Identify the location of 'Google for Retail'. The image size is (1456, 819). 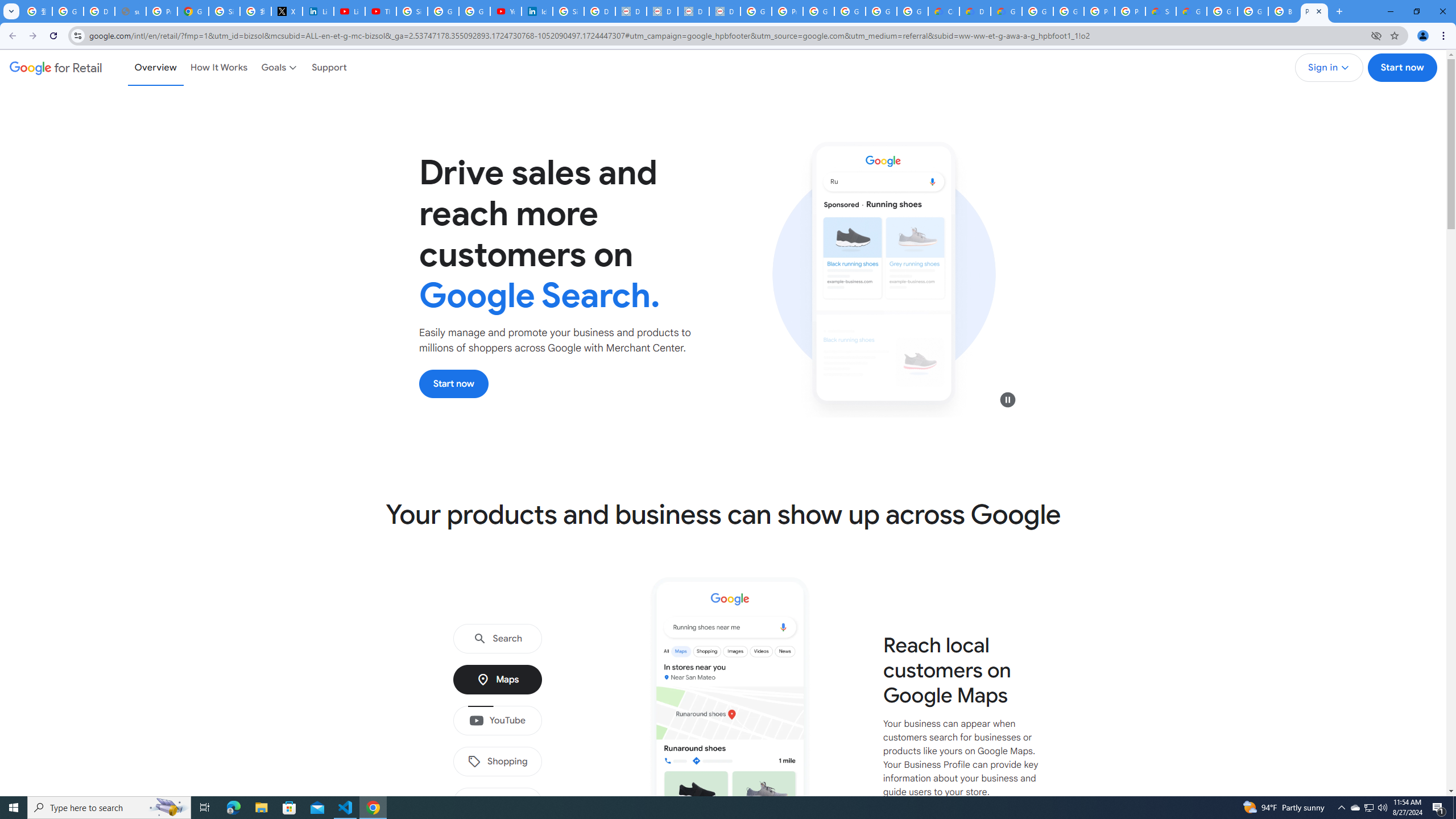
(55, 67).